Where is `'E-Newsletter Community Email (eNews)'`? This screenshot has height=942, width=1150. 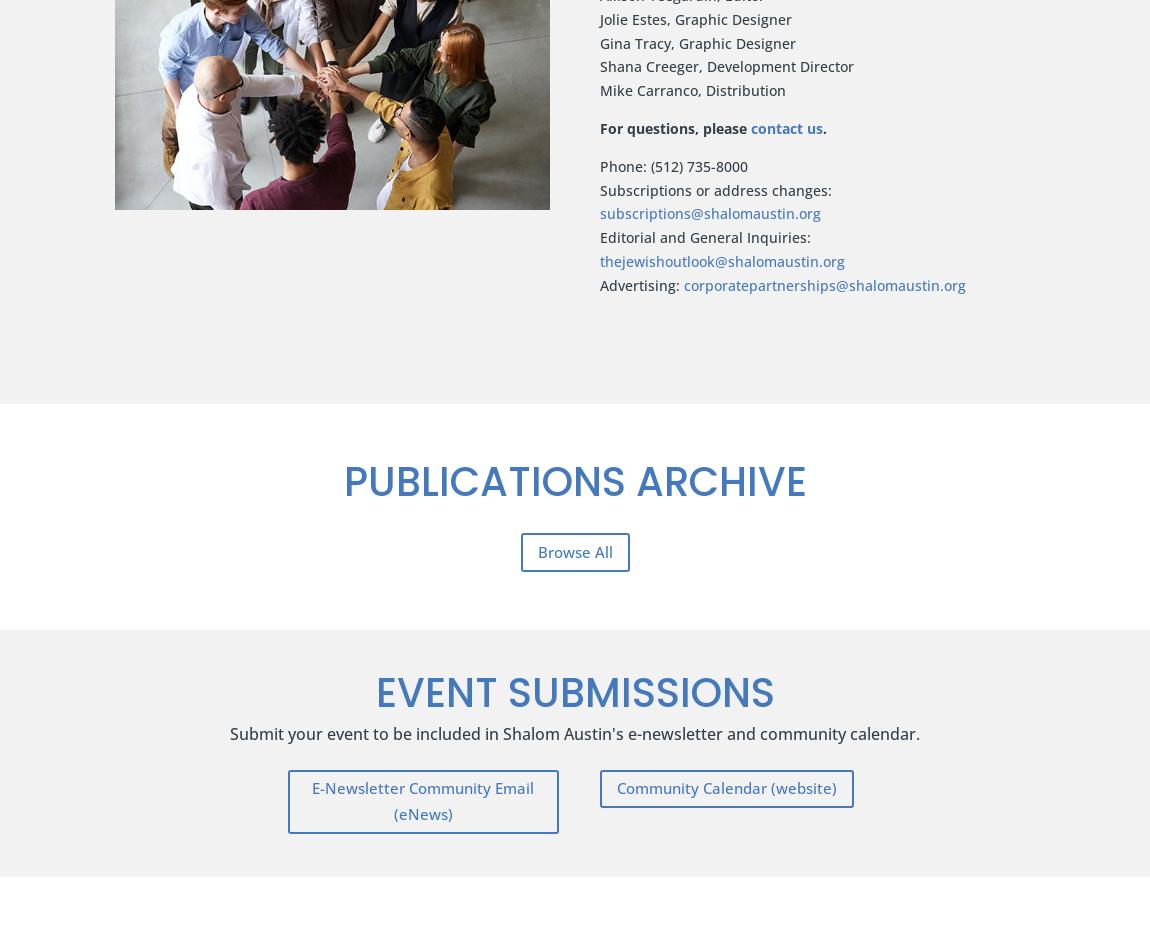 'E-Newsletter Community Email (eNews)' is located at coordinates (422, 800).